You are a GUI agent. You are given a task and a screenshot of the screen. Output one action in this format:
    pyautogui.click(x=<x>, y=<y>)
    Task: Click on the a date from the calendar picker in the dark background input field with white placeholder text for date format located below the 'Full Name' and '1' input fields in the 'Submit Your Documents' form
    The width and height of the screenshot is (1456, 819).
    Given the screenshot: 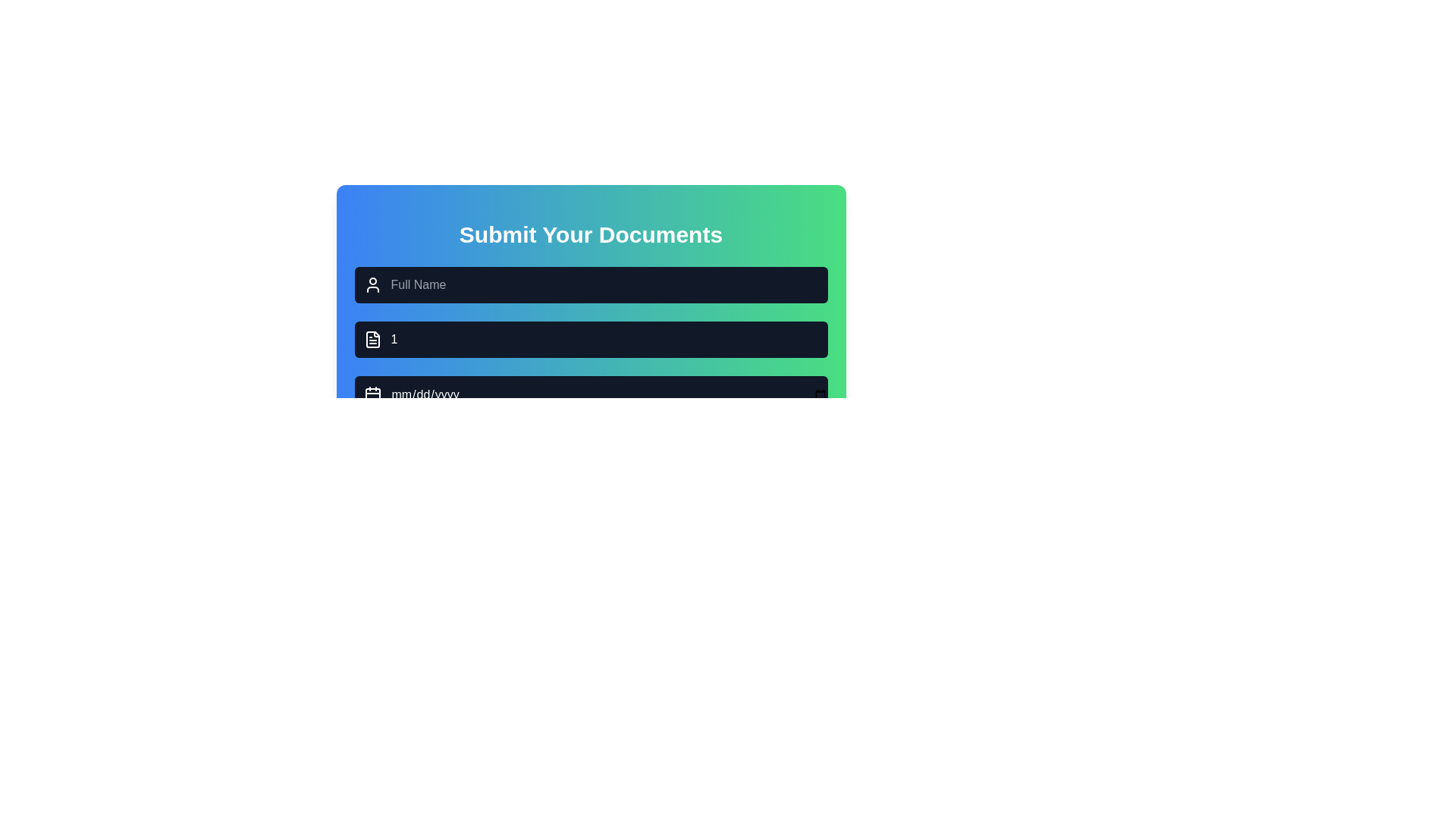 What is the action you would take?
    pyautogui.click(x=590, y=394)
    